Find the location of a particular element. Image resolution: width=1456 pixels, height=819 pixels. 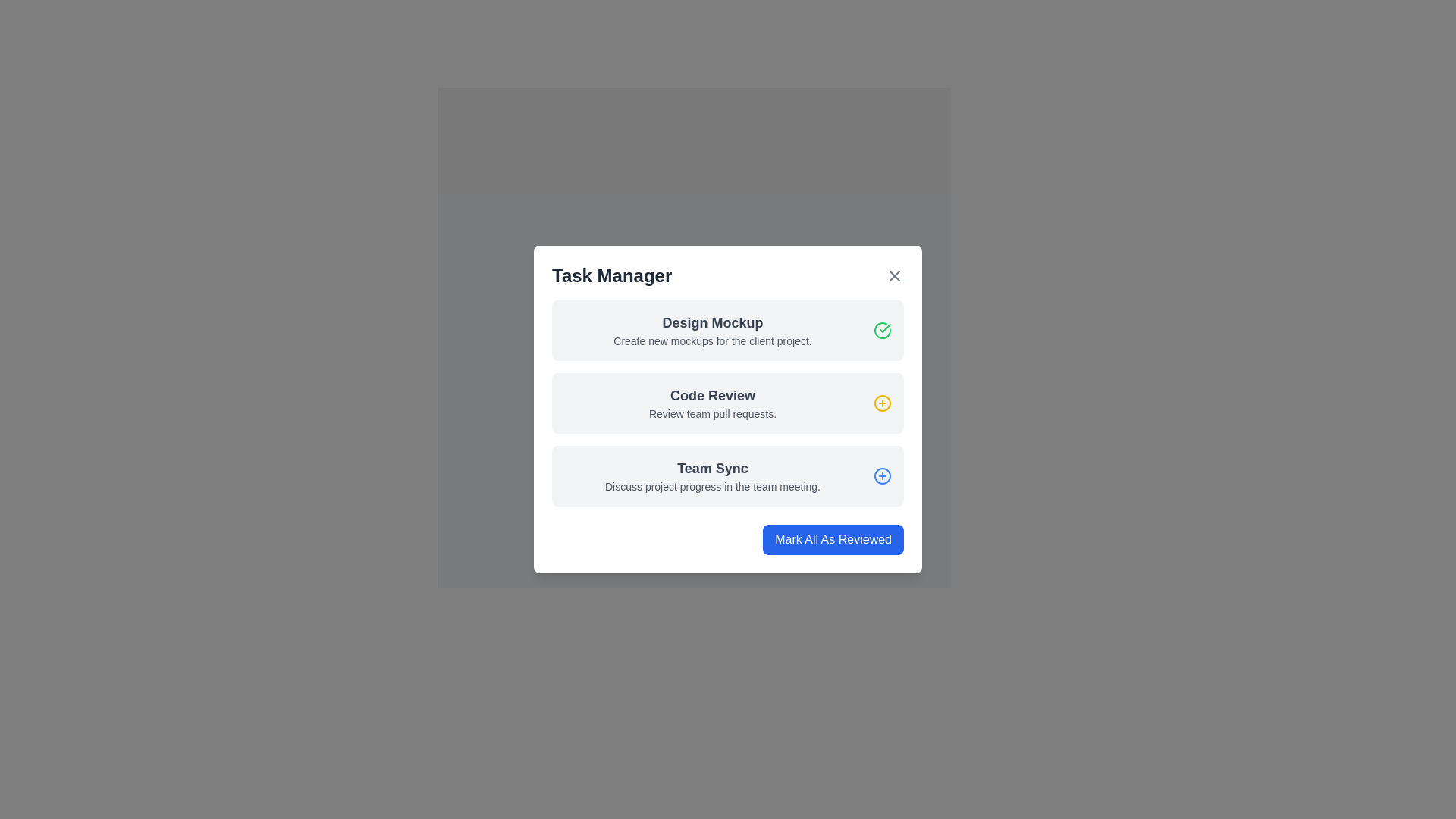

individual tasks within the 'Task Manager' modal dialog by clicking on one of the task entries for more details is located at coordinates (728, 409).